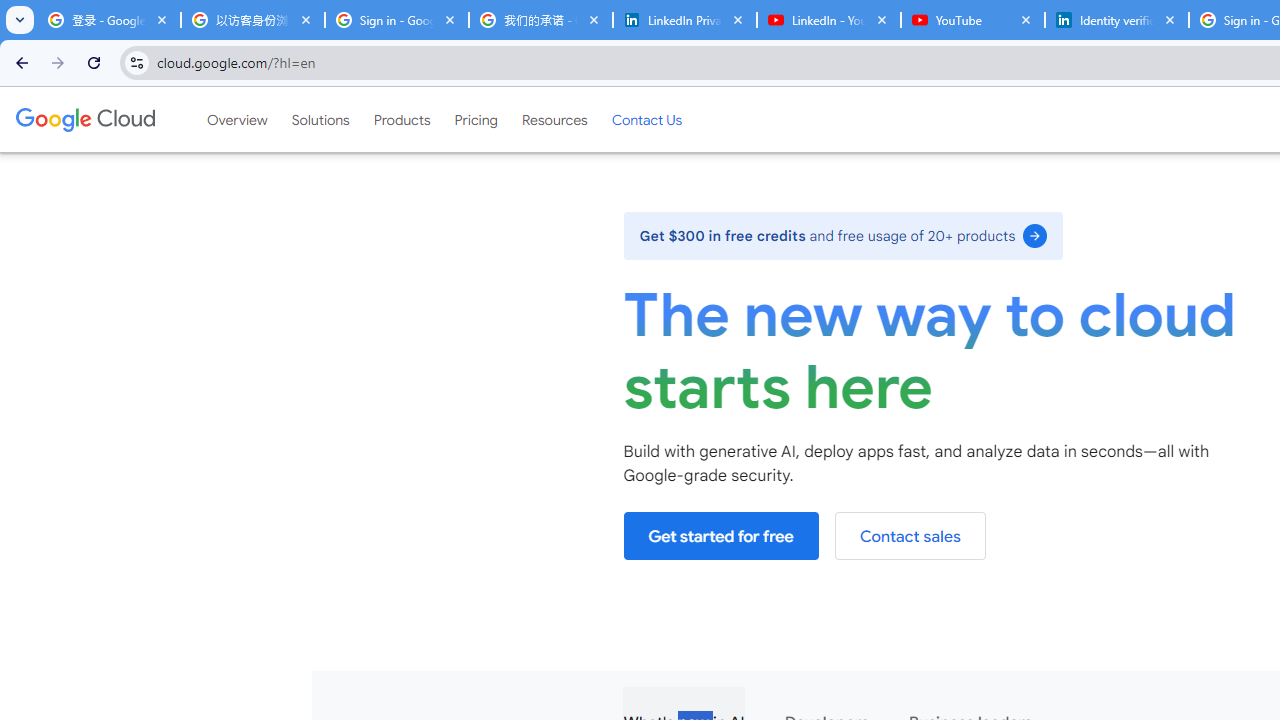  I want to click on 'Sign in - Google Accounts', so click(396, 20).